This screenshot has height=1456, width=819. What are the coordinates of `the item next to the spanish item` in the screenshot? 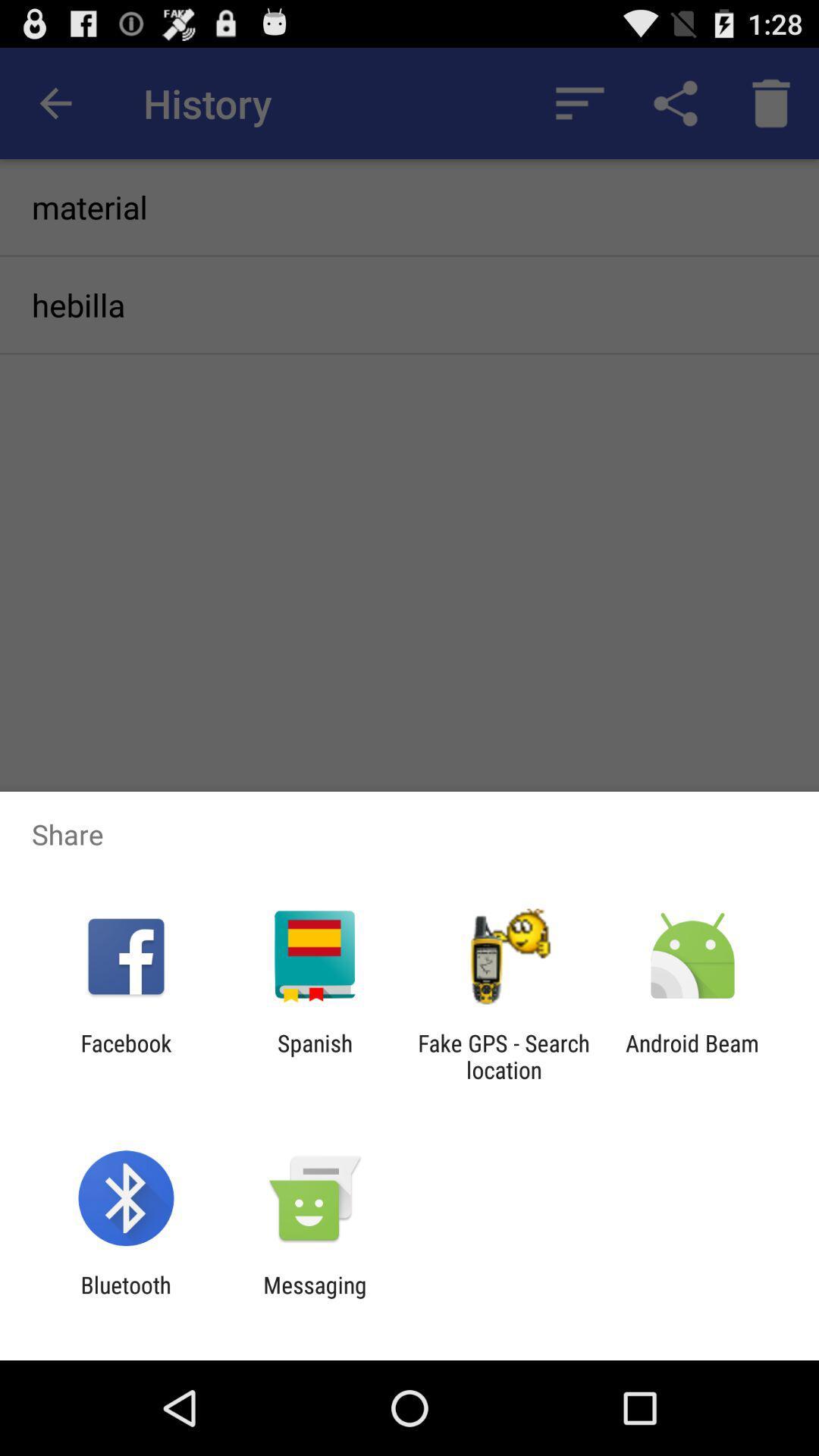 It's located at (125, 1056).